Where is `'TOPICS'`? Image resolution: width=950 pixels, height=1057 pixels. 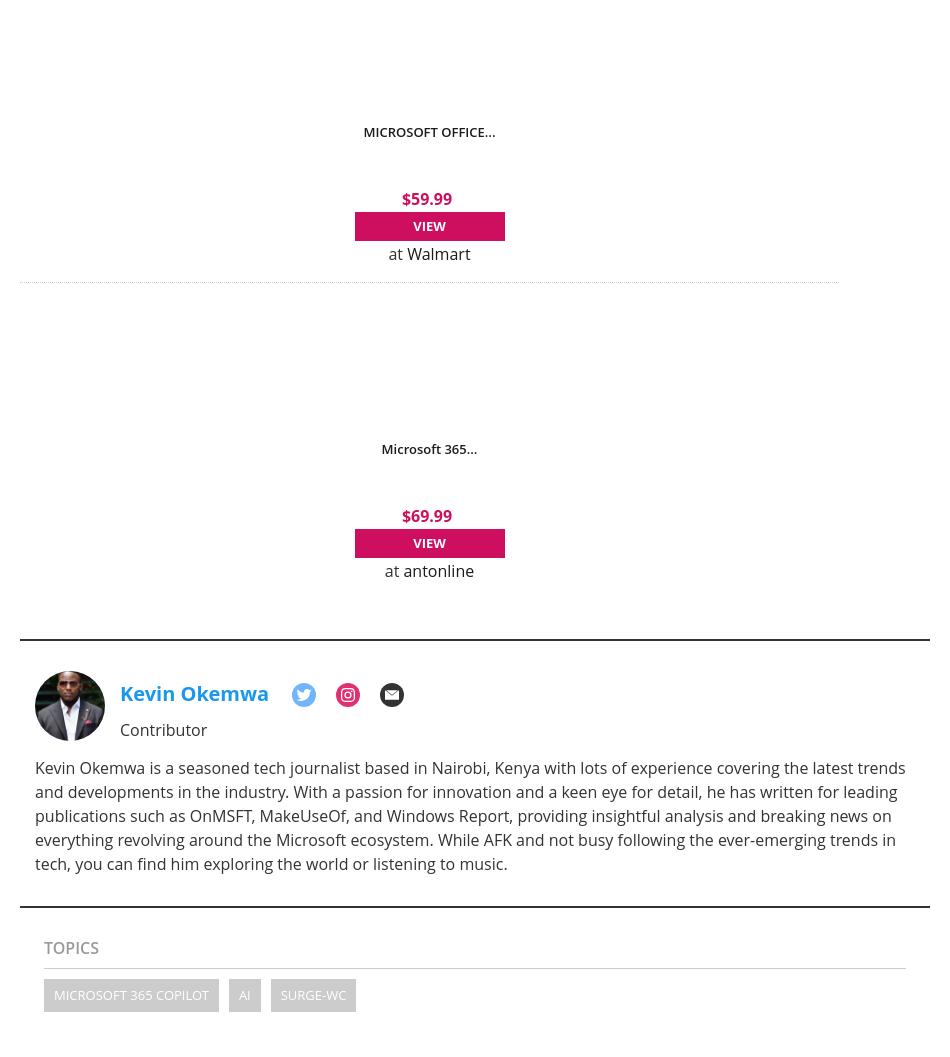
'TOPICS' is located at coordinates (71, 946).